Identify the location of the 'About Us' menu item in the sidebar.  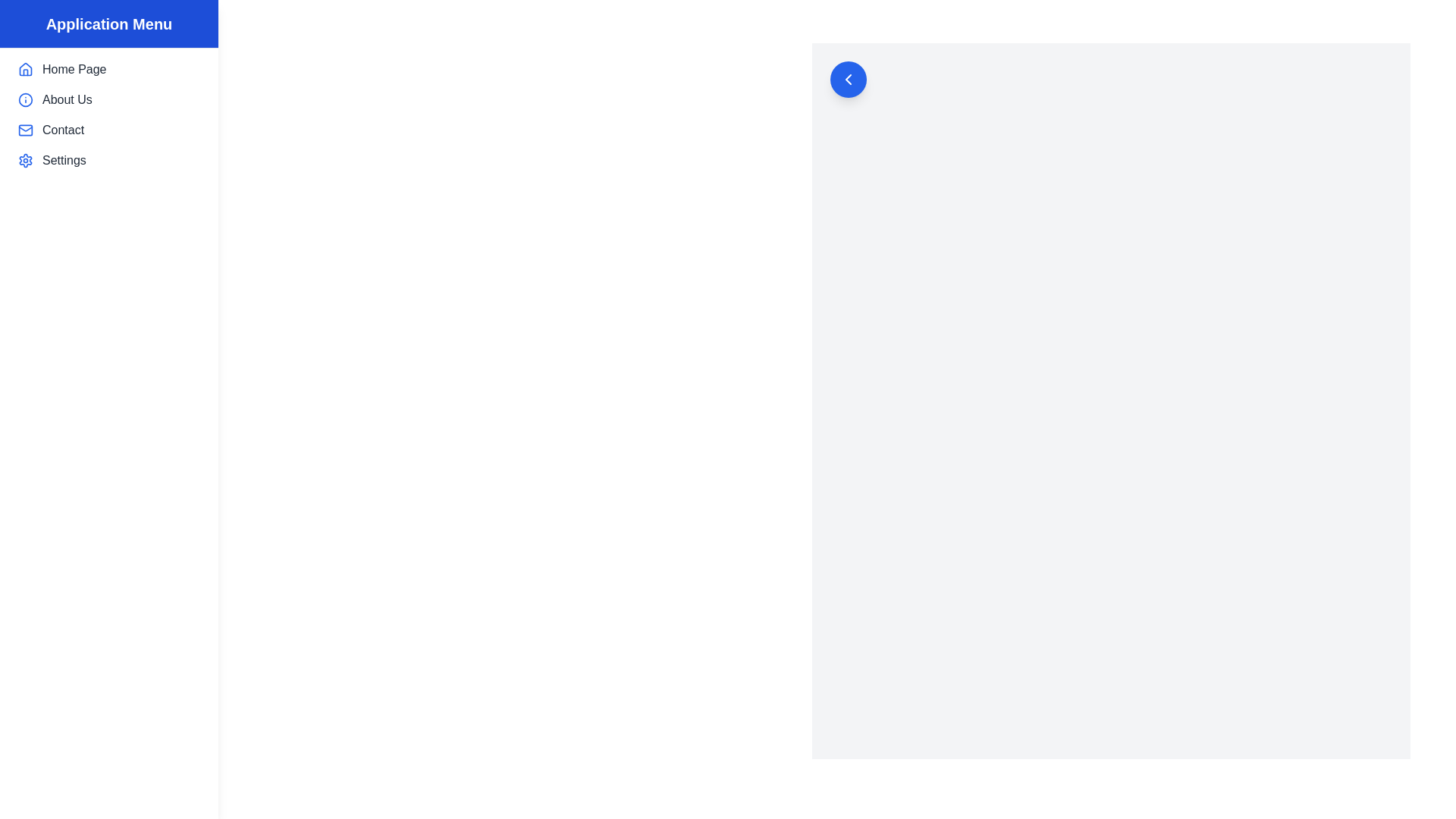
(108, 99).